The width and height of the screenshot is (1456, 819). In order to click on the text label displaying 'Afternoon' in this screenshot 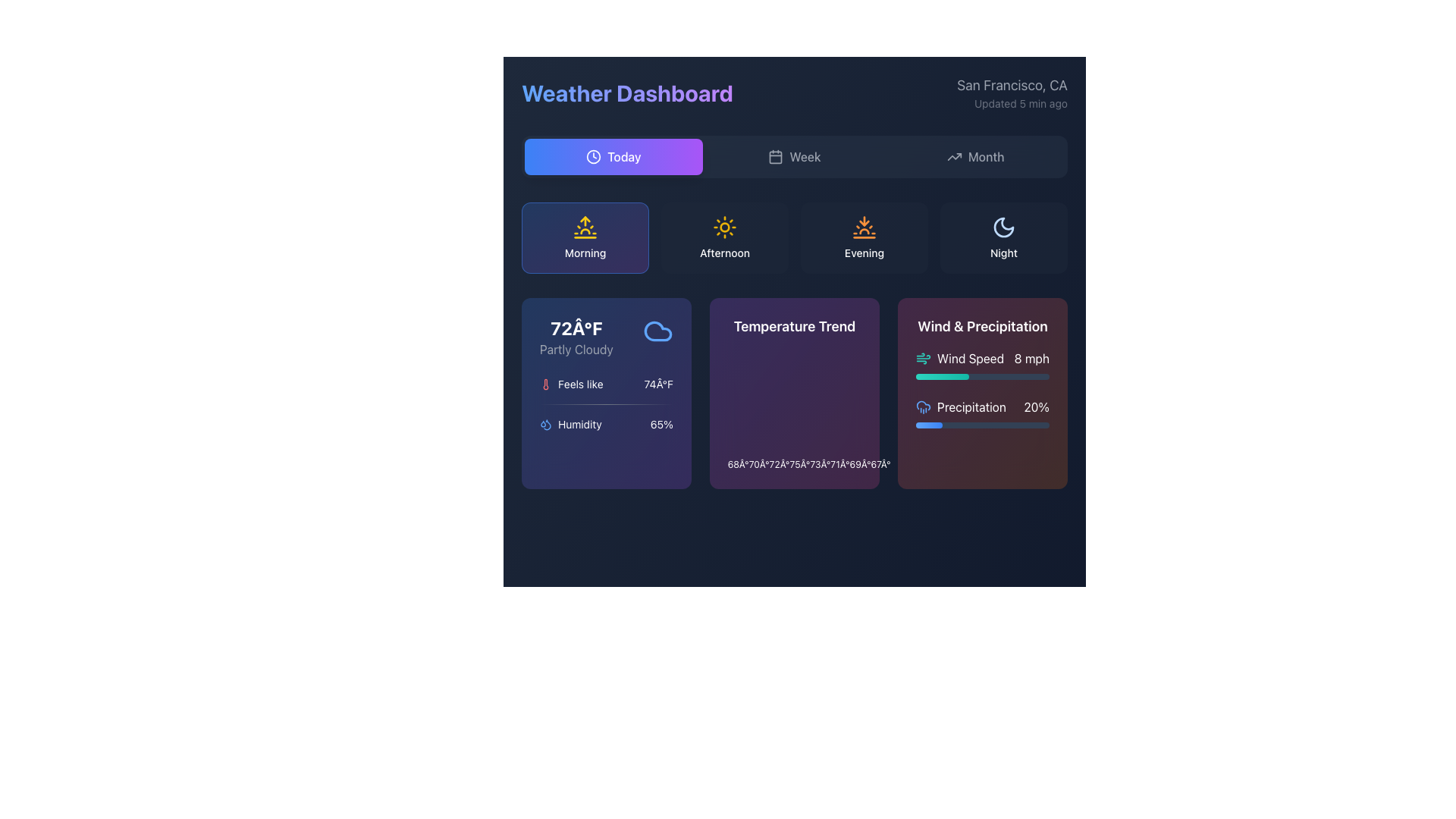, I will do `click(723, 253)`.